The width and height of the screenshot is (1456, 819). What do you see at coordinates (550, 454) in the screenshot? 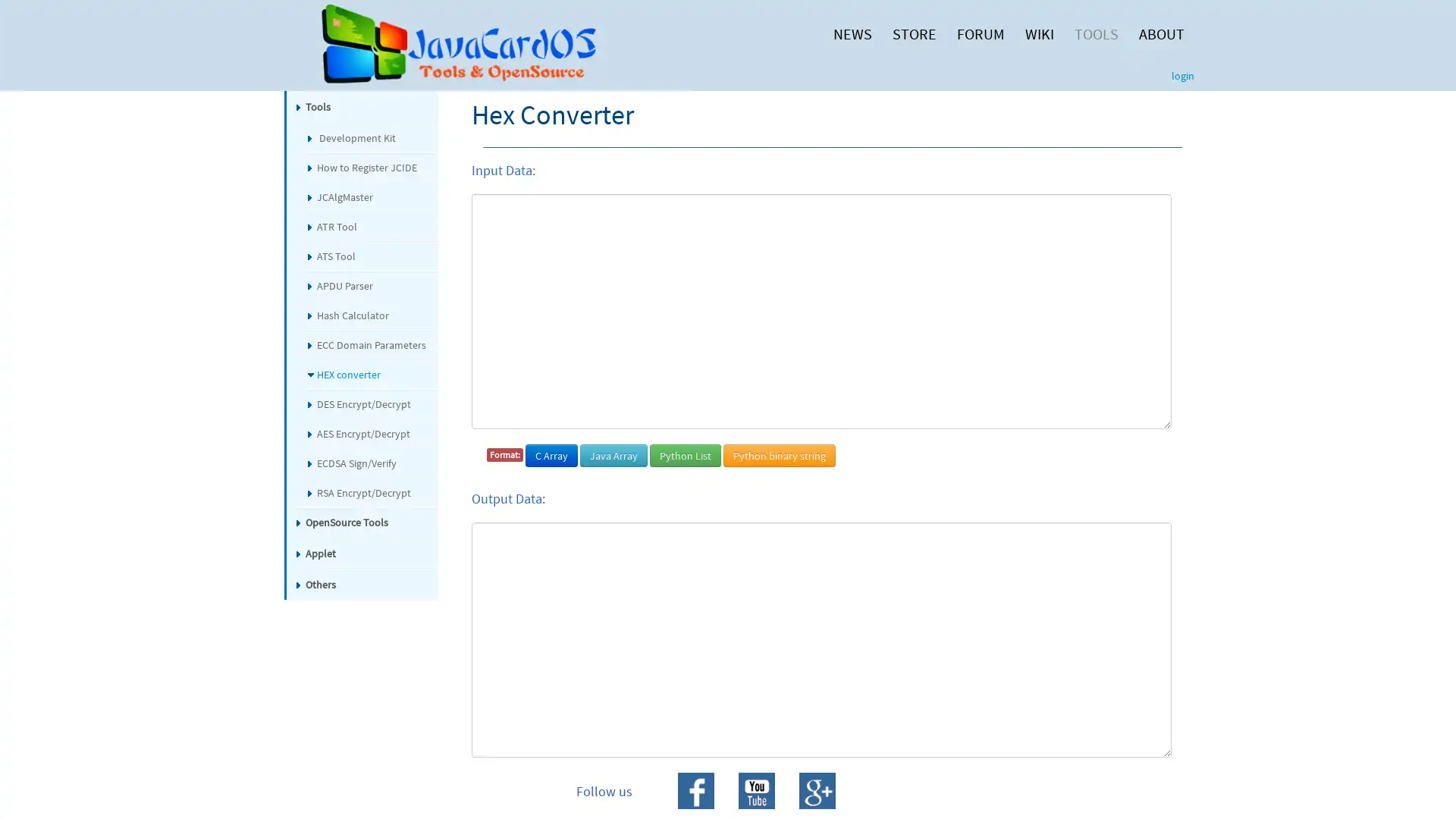
I see `C Array` at bounding box center [550, 454].